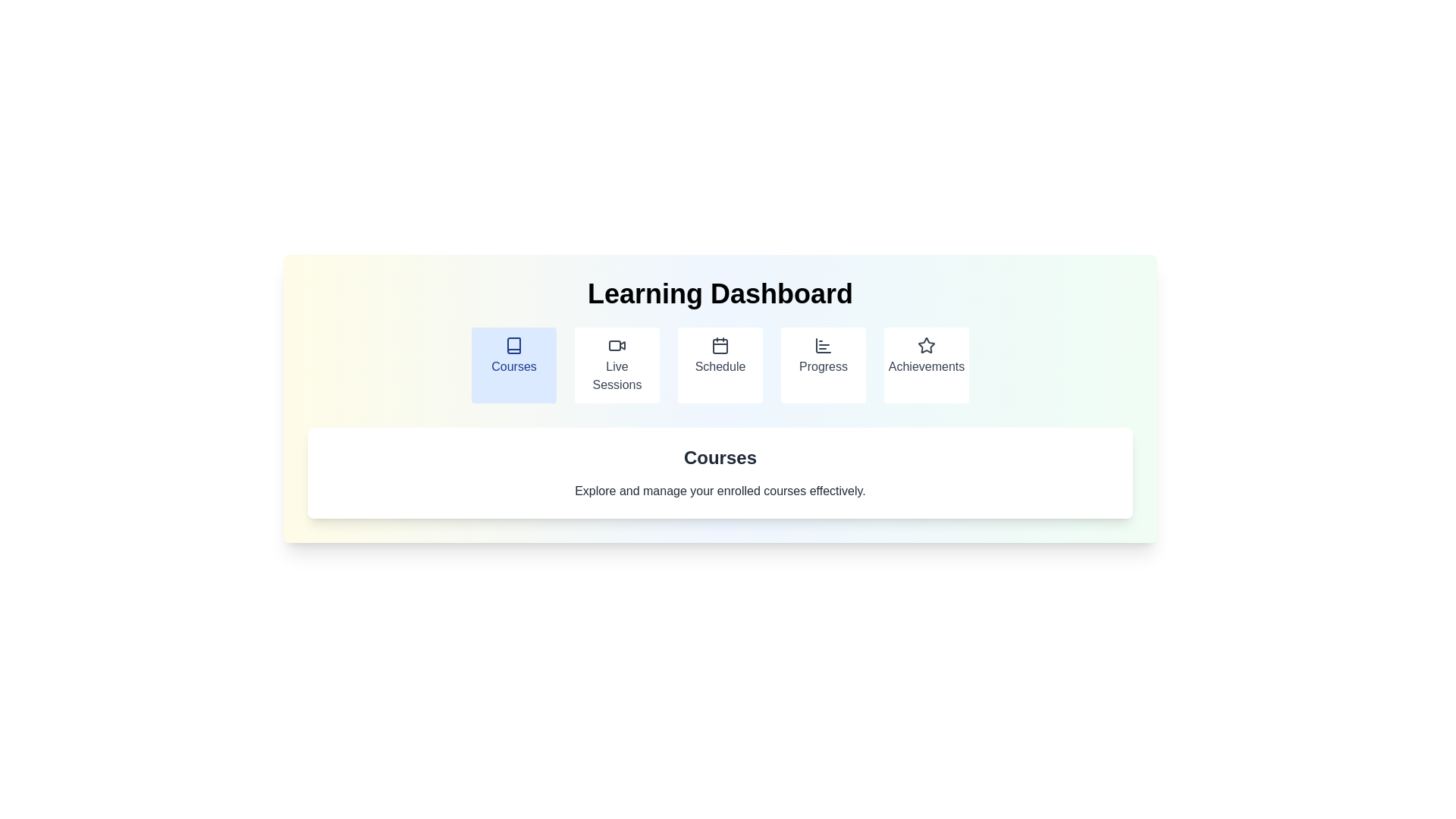  What do you see at coordinates (720, 457) in the screenshot?
I see `the 'Courses' section header text, which is prominently styled in bold and large font, positioned centrally on a white card-like feature above the descriptive text` at bounding box center [720, 457].